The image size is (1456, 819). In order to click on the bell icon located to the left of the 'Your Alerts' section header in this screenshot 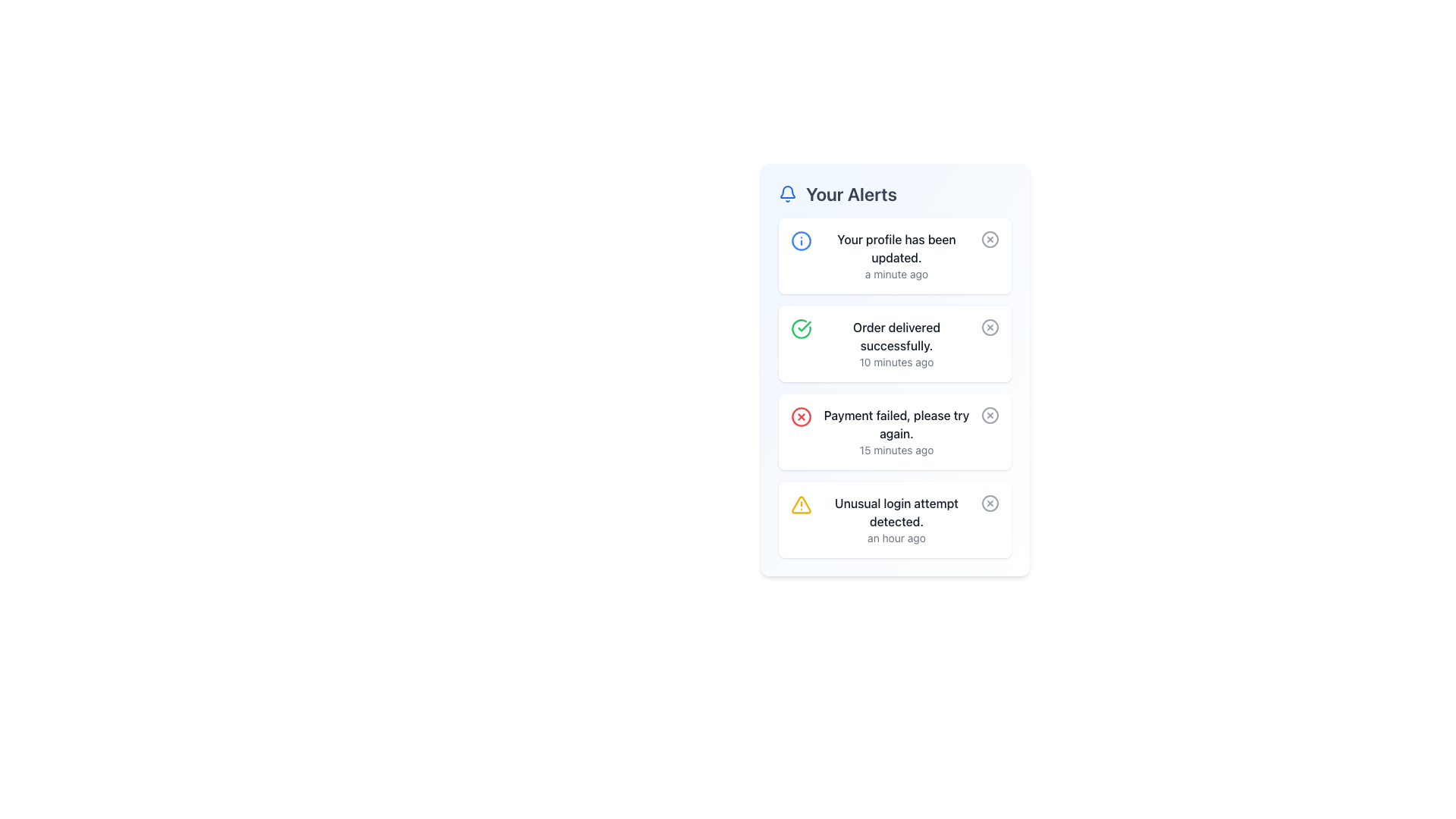, I will do `click(787, 193)`.